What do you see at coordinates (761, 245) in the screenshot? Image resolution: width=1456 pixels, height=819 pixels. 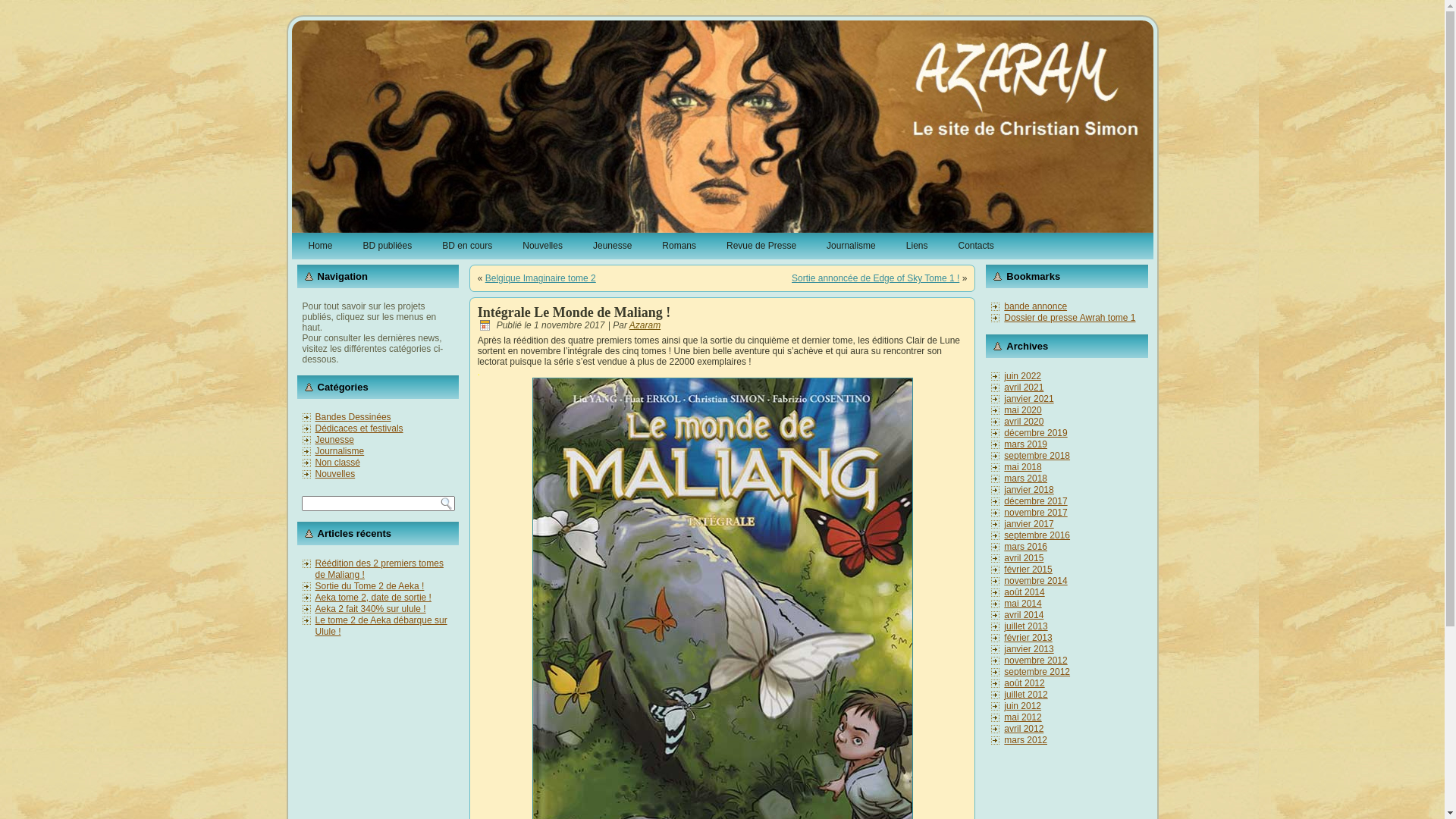 I see `'Revue de Presse'` at bounding box center [761, 245].